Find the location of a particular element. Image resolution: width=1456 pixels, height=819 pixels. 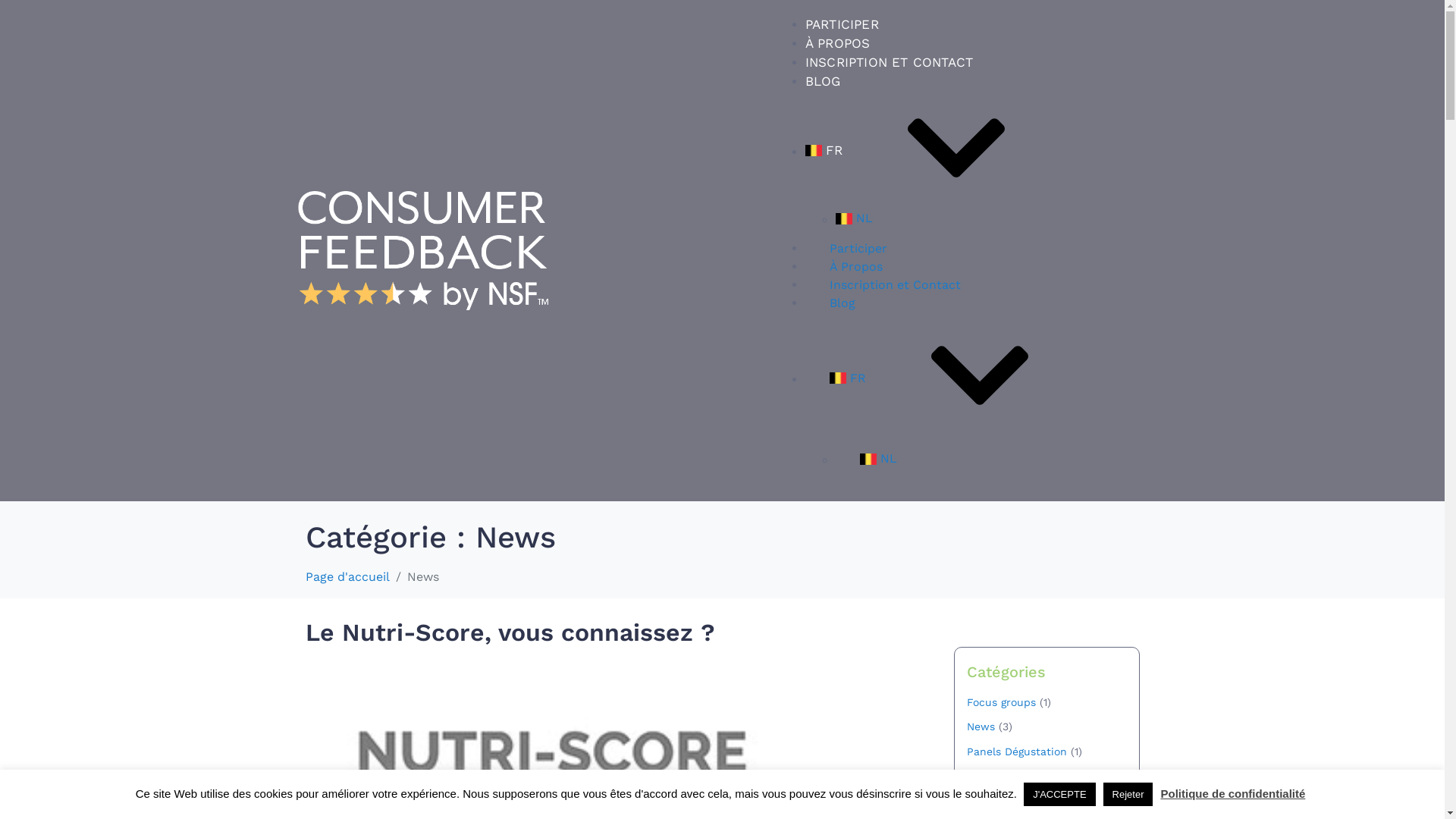

'FR' is located at coordinates (960, 149).